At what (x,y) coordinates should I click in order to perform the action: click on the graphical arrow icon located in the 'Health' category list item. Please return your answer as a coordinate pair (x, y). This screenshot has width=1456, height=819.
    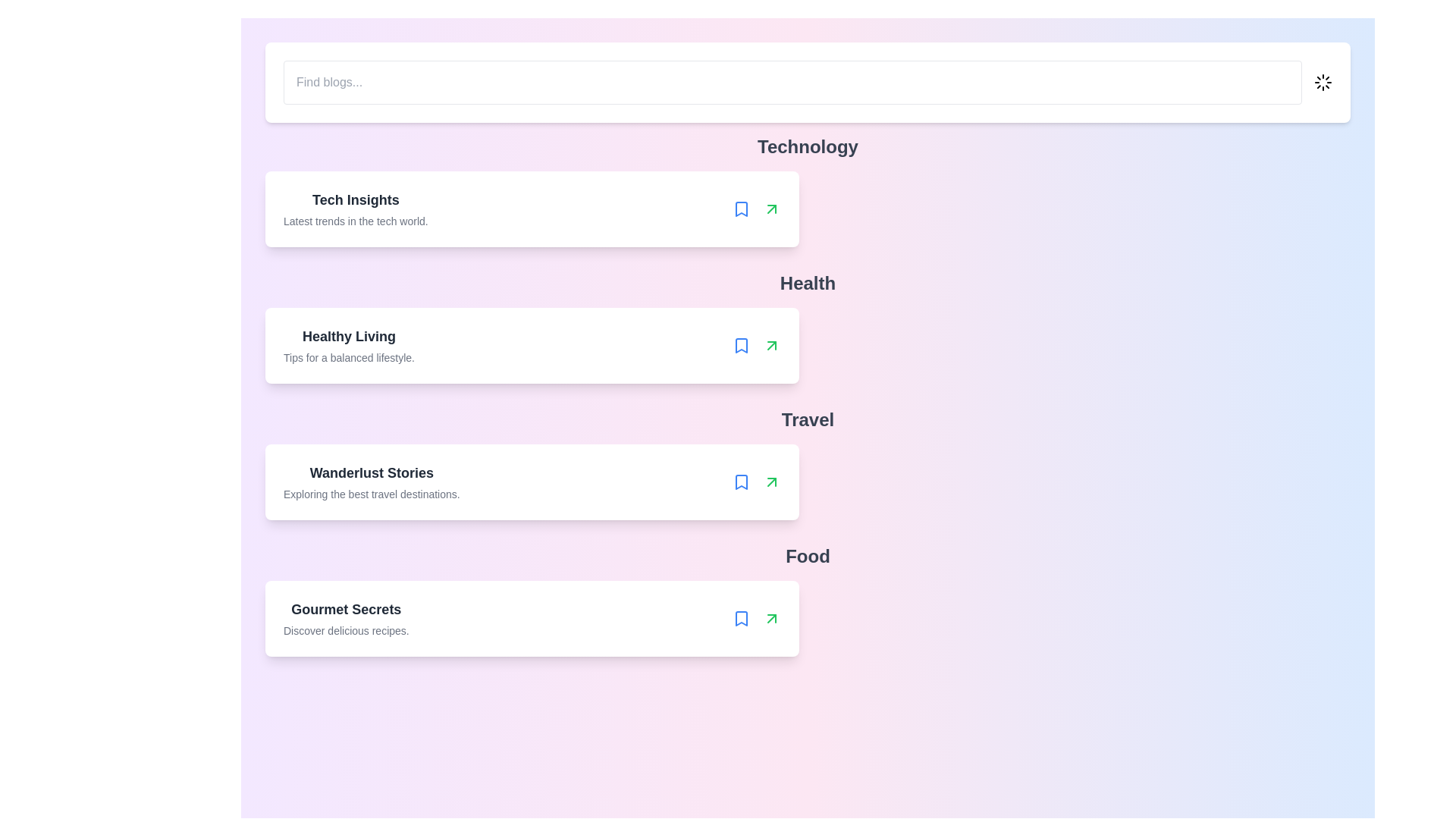
    Looking at the image, I should click on (771, 345).